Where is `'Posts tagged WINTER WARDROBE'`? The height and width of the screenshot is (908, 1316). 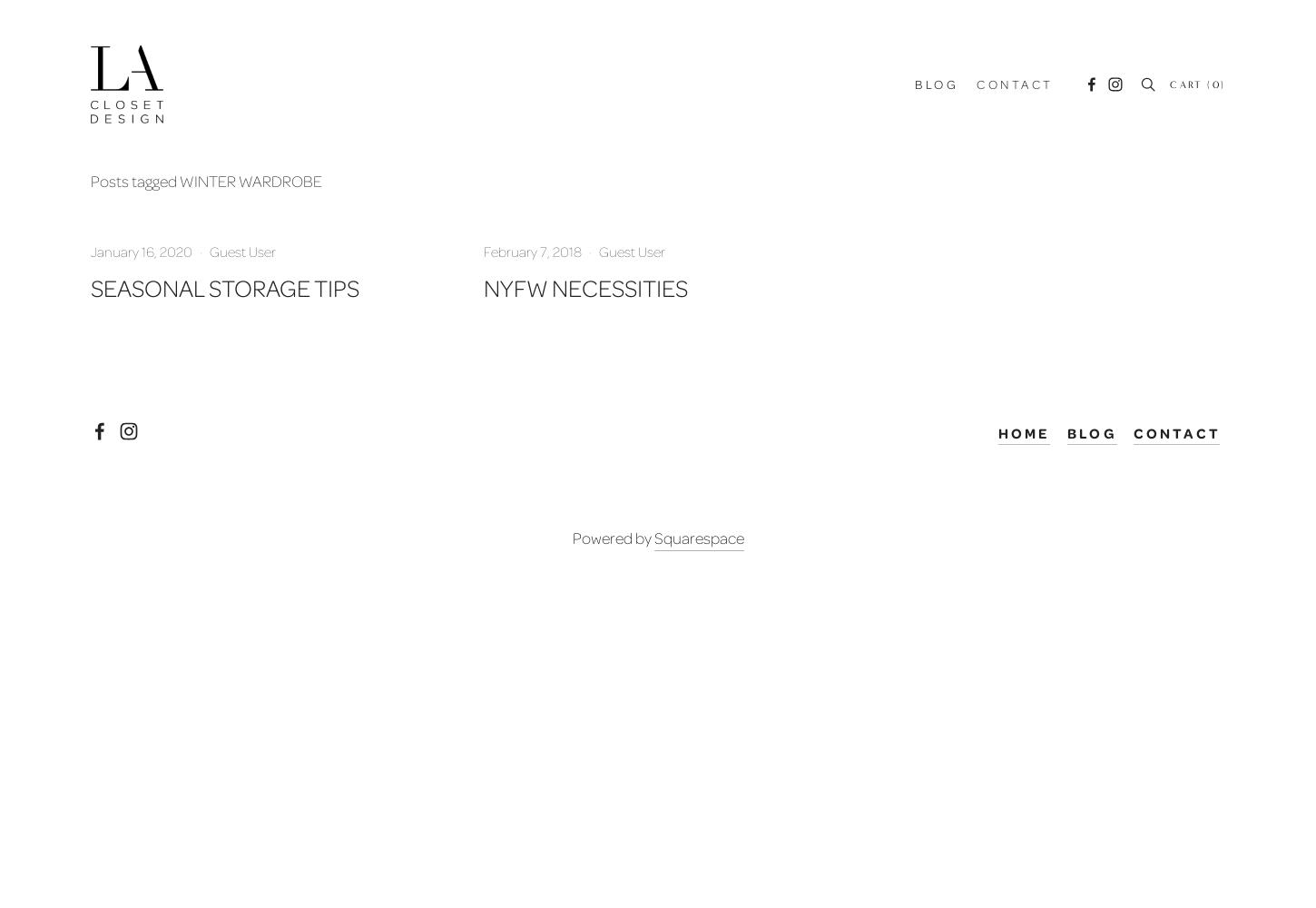
'Posts tagged WINTER WARDROBE' is located at coordinates (205, 180).